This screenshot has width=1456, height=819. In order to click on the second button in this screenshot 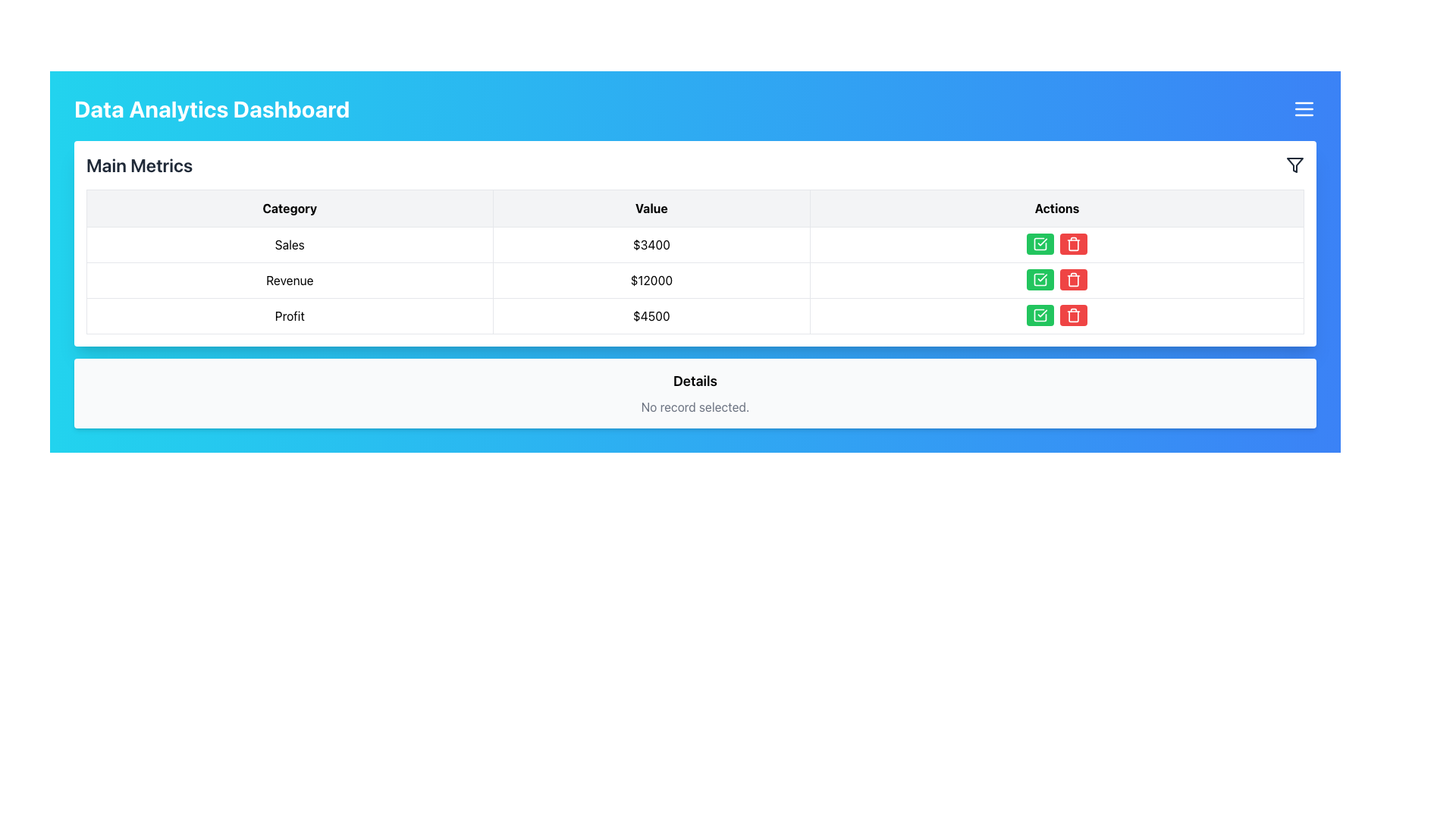, I will do `click(1073, 243)`.